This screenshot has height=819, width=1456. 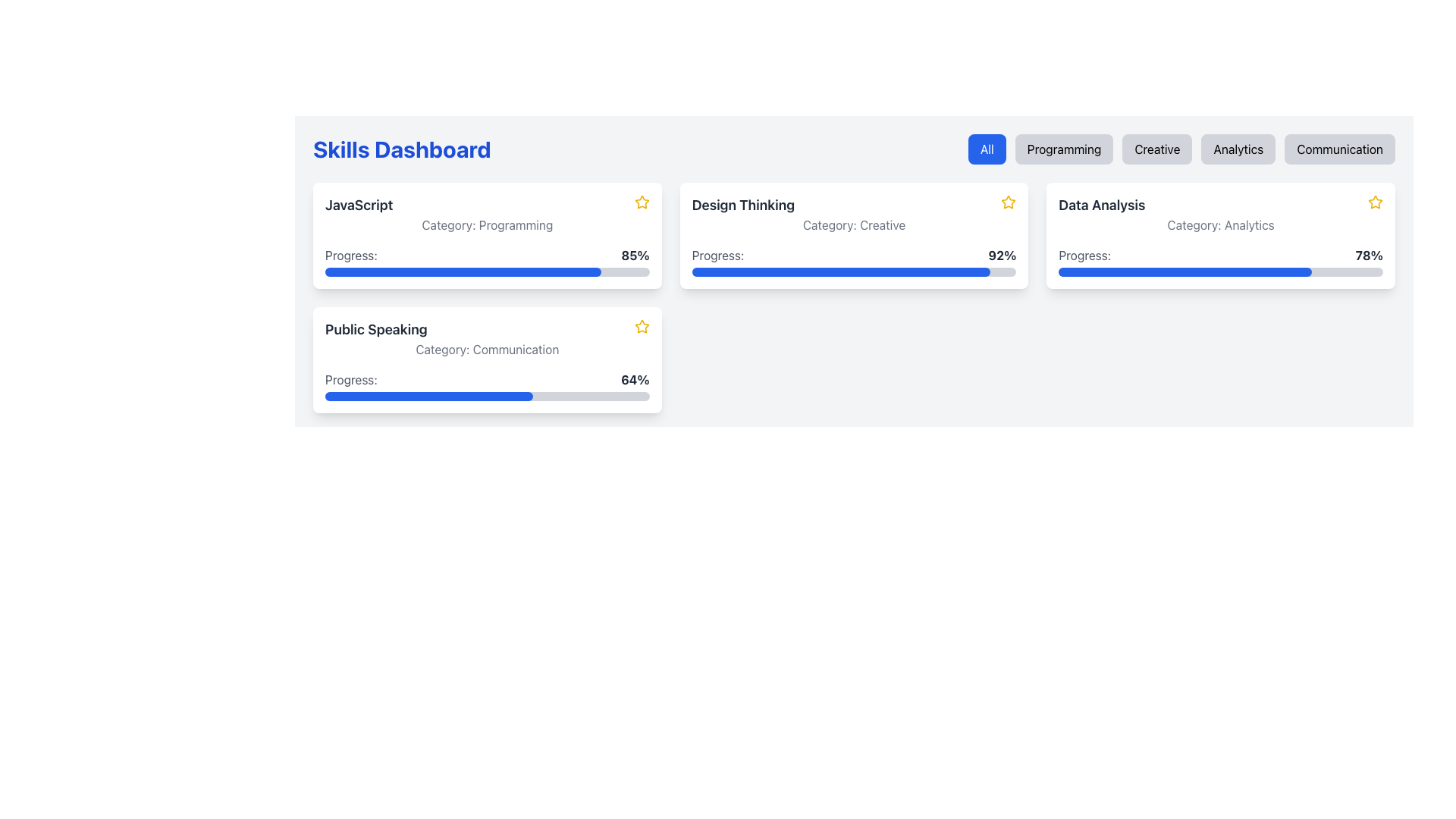 I want to click on the star icon located to the right of the 'Data Analysis' section's title to mark it as a favorite, so click(x=1376, y=201).